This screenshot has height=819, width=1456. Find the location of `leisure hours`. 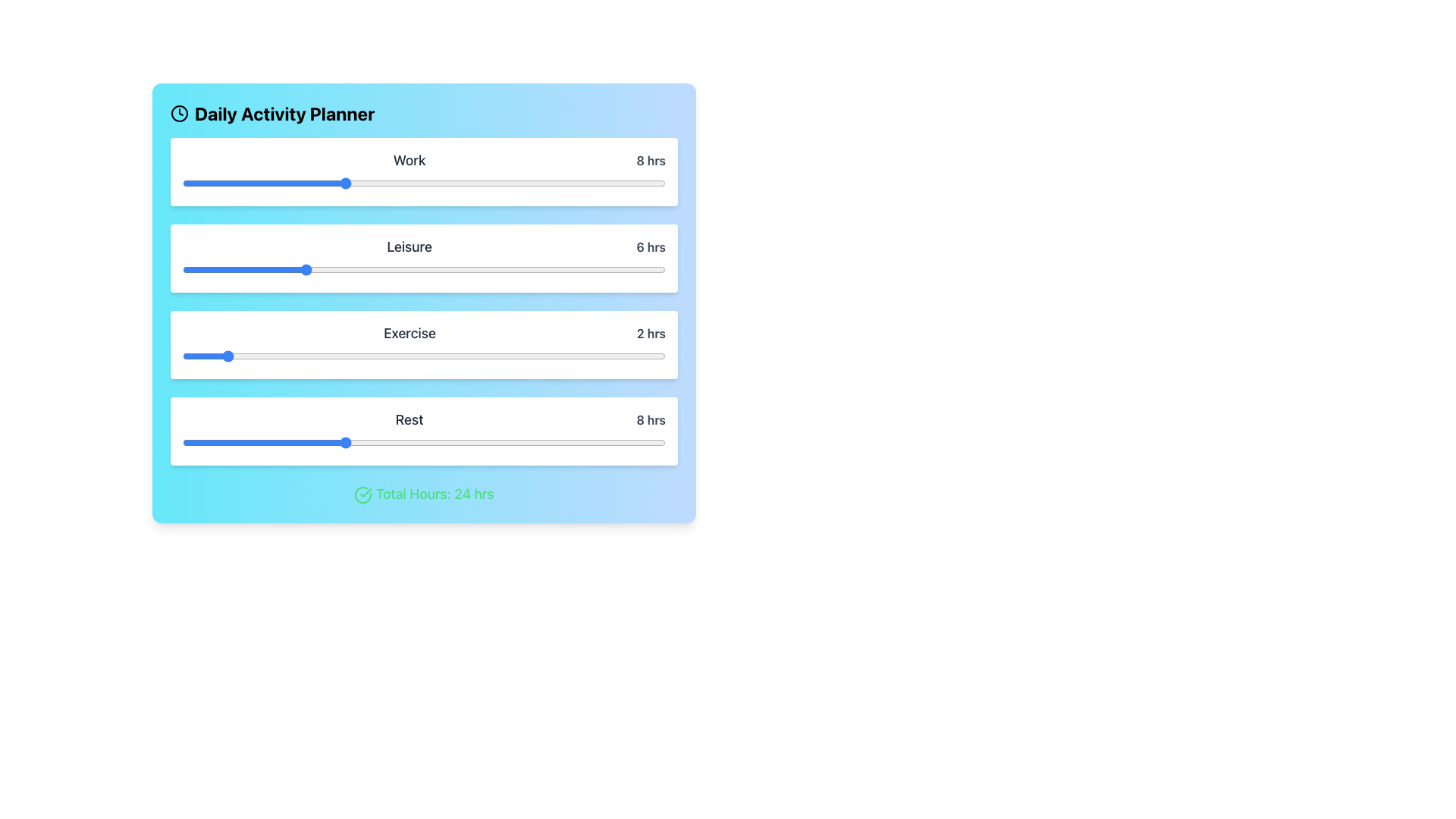

leisure hours is located at coordinates (544, 268).